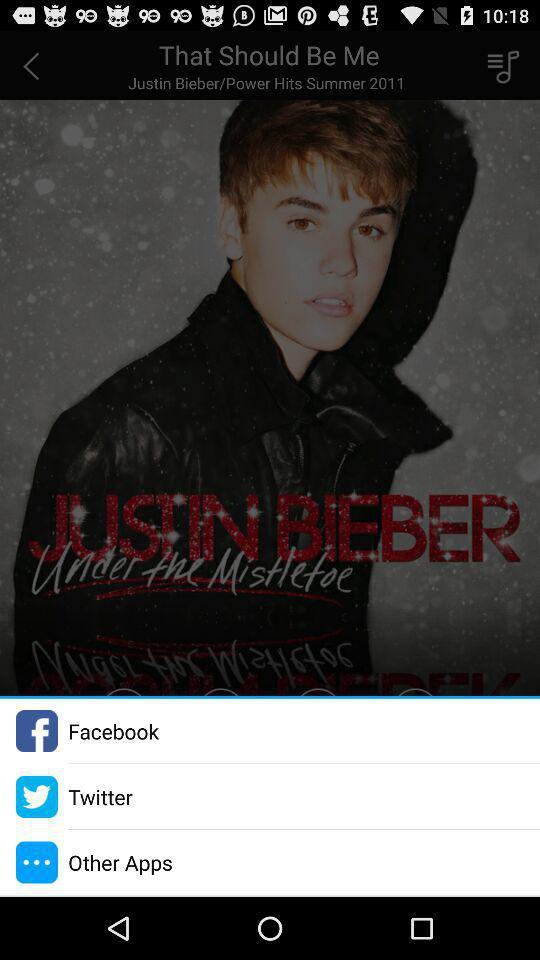 The width and height of the screenshot is (540, 960). Describe the element at coordinates (120, 861) in the screenshot. I see `the other apps item` at that location.